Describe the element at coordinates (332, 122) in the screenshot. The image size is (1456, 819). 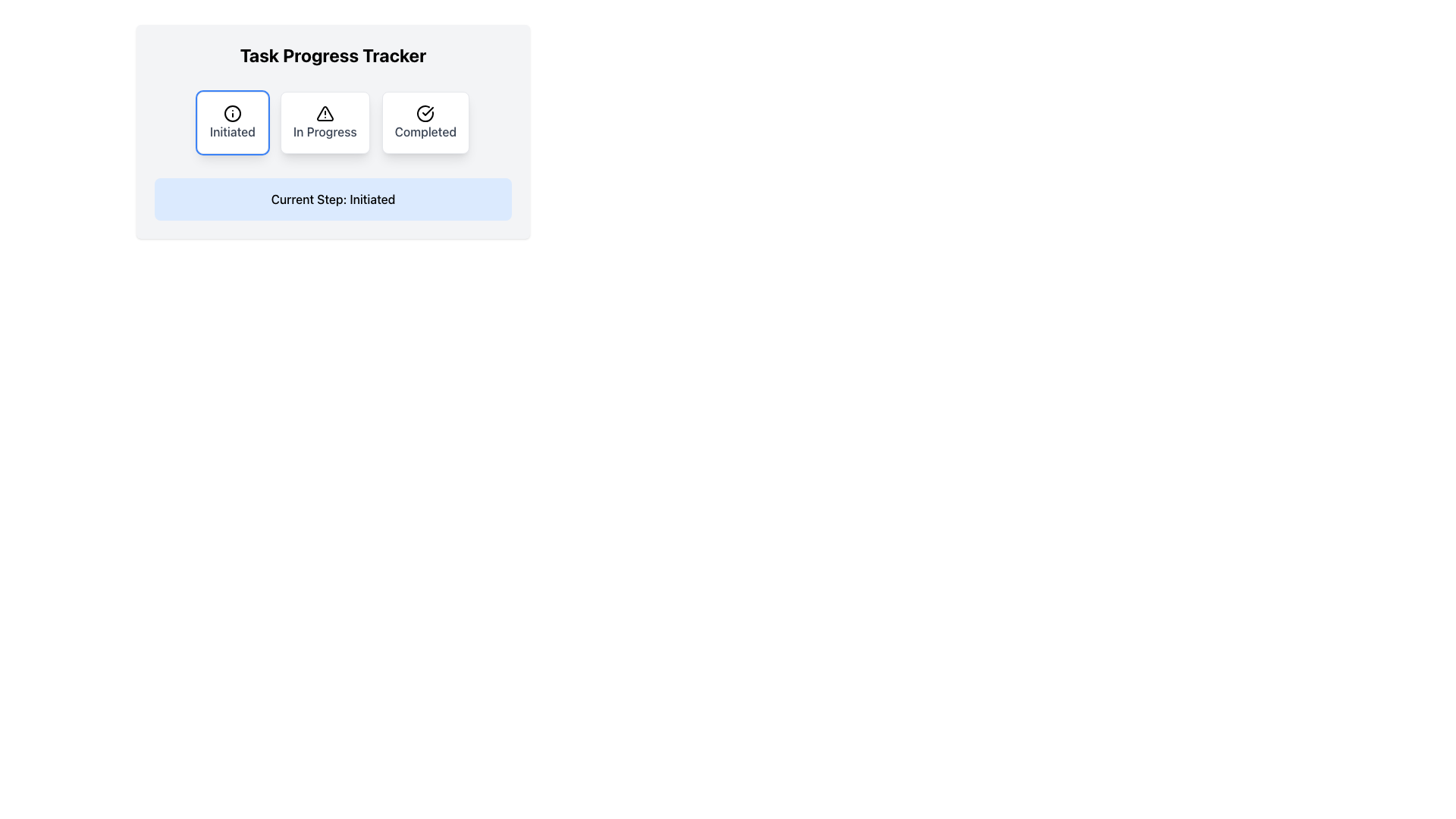
I see `the second card in the task progress tracker` at that location.